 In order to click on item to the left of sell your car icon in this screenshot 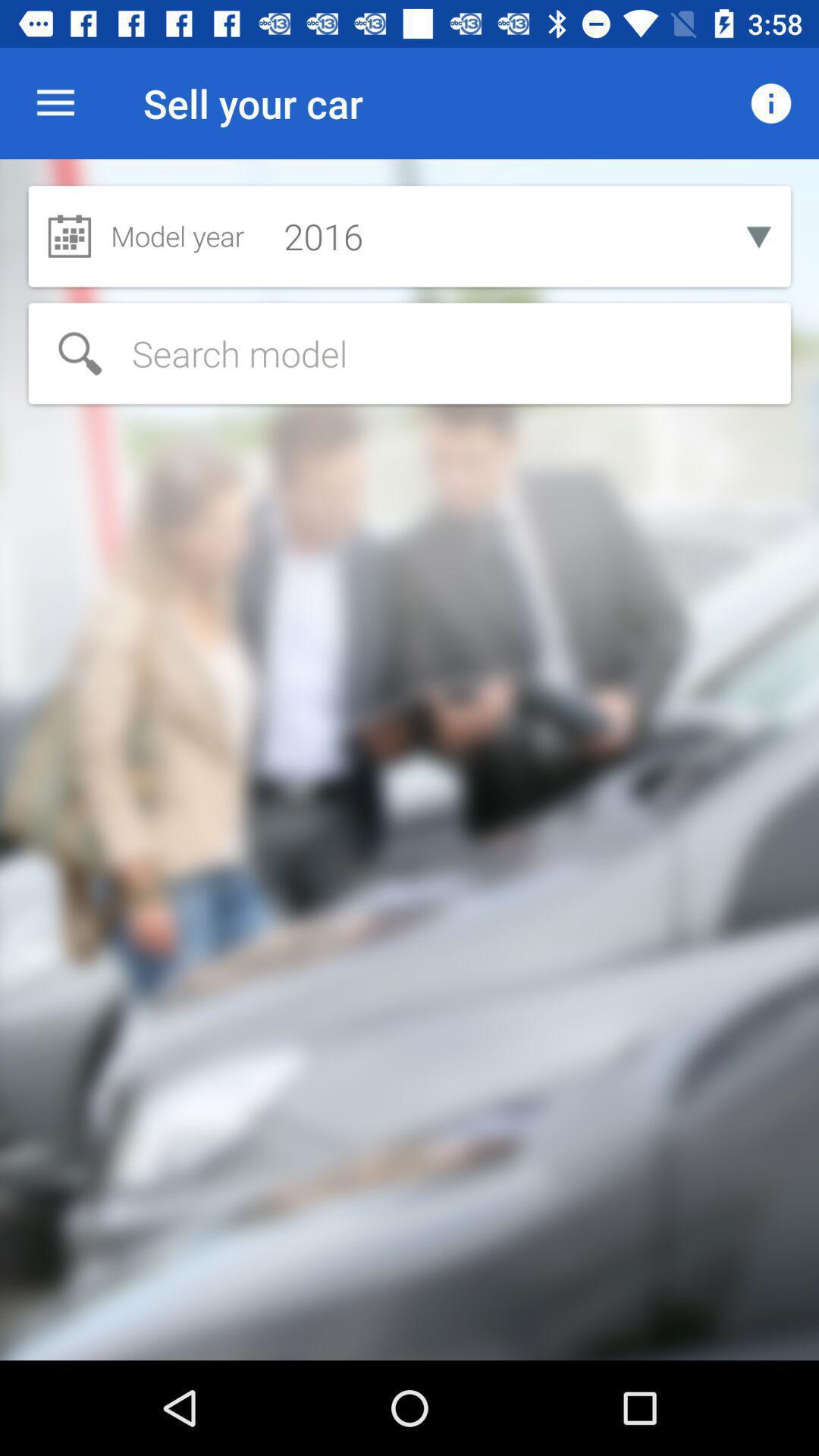, I will do `click(55, 102)`.